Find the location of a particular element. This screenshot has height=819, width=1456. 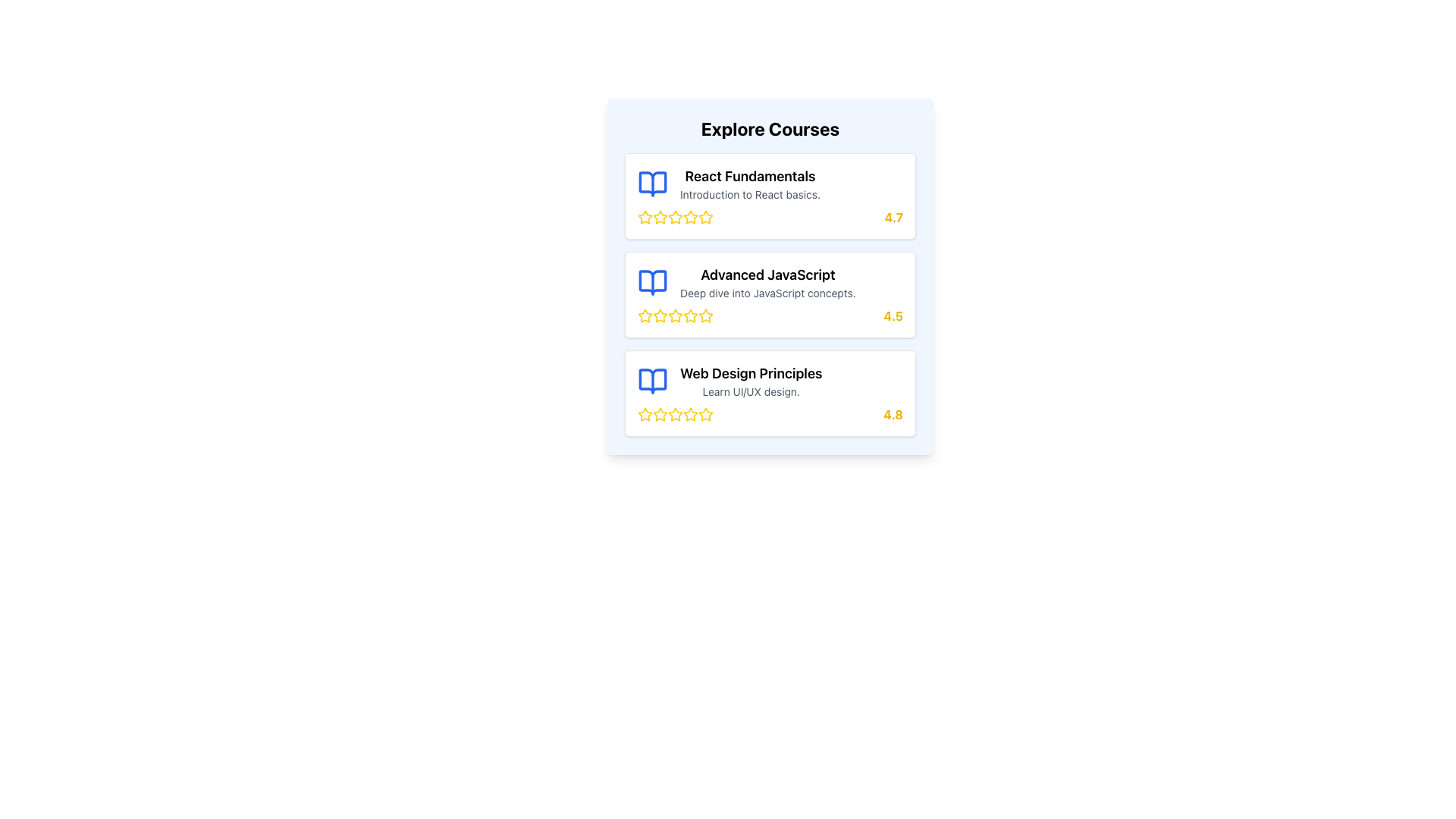

the fifth star icon with a yellow outline in the rating section of the 'Web Design Principles' course card is located at coordinates (705, 414).